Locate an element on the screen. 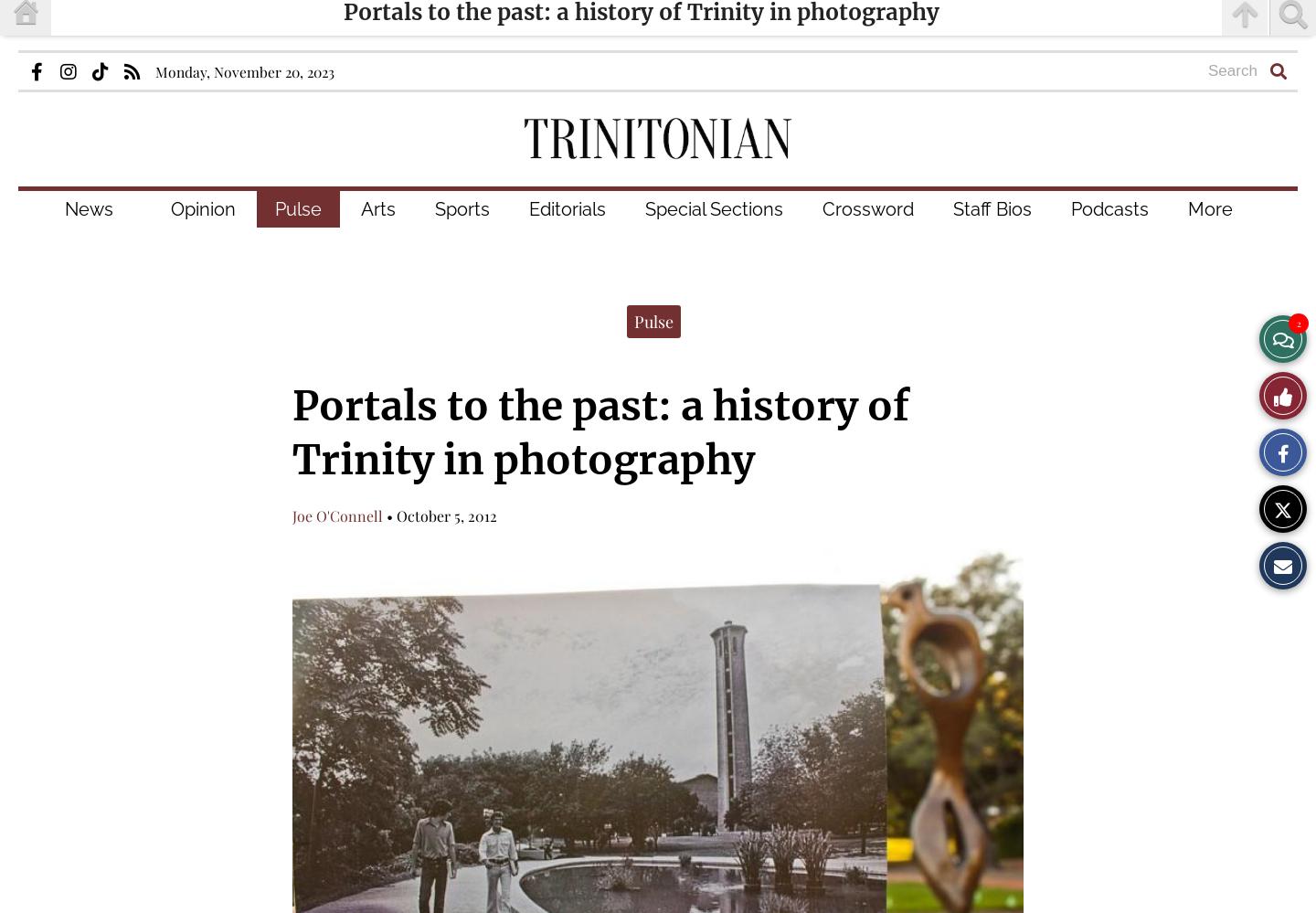 The height and width of the screenshot is (913, 1316). 'Joe O'Connell' is located at coordinates (336, 515).